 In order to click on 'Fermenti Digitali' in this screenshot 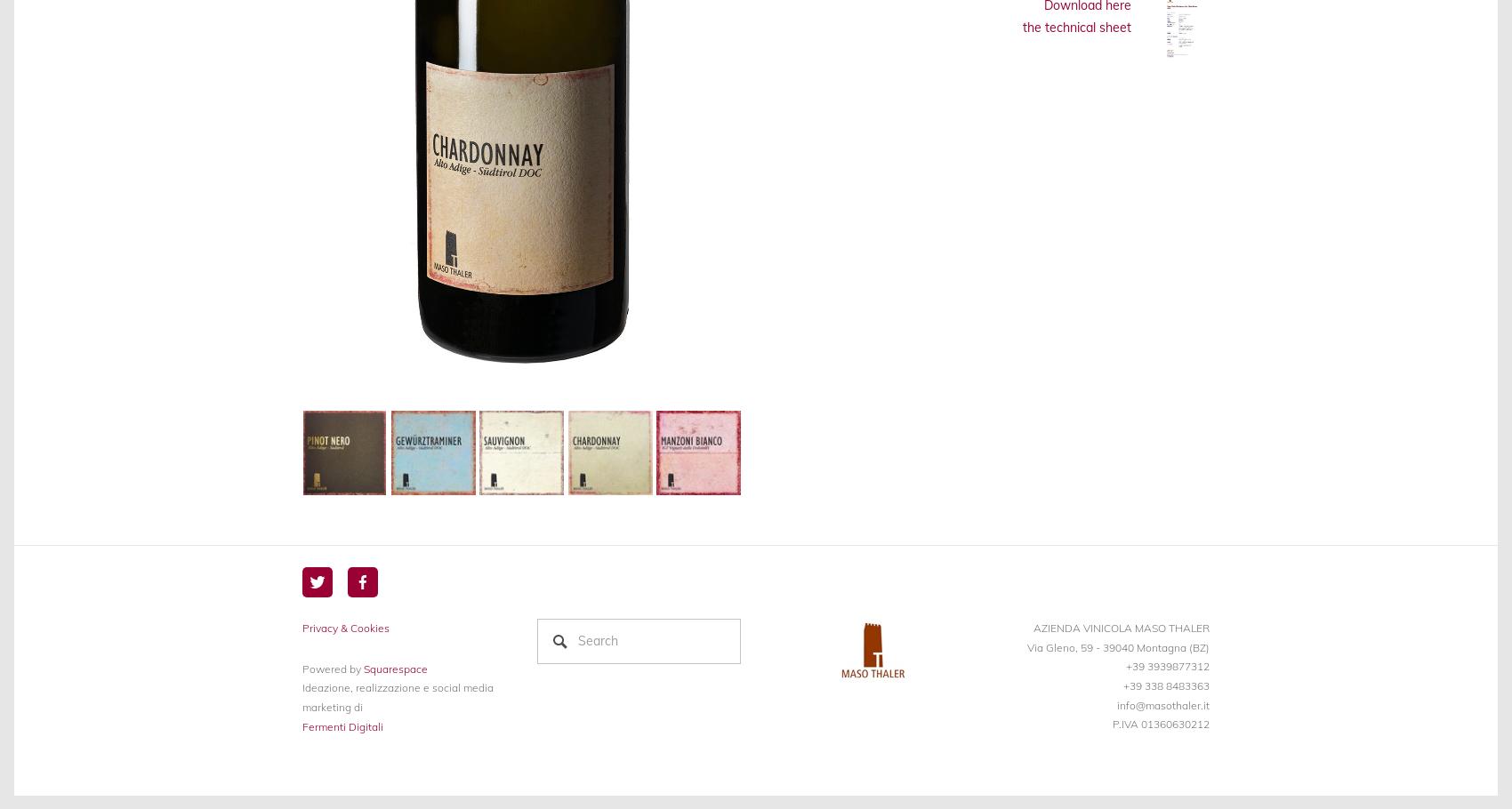, I will do `click(302, 725)`.